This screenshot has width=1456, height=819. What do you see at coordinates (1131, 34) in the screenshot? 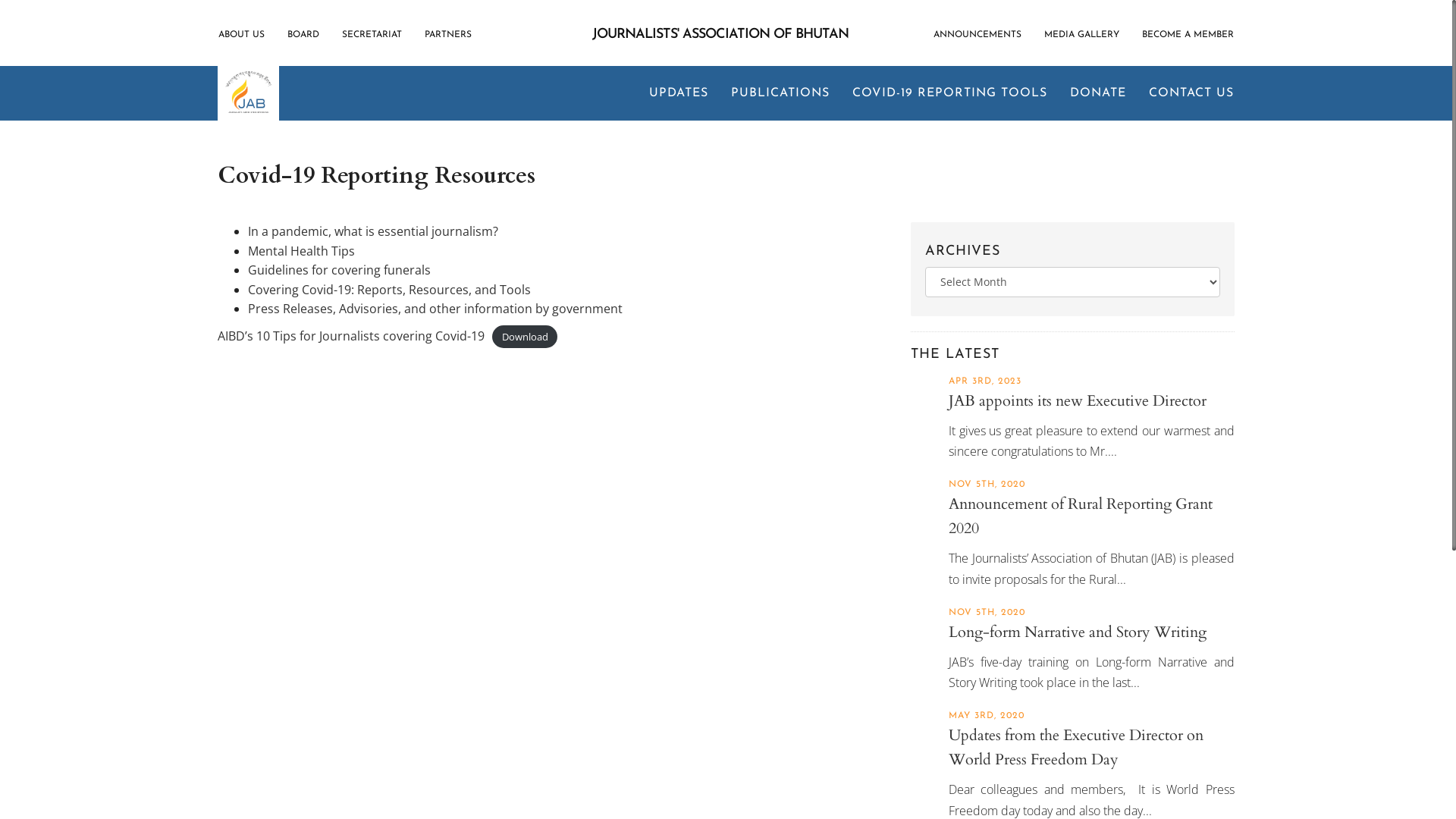
I see `'BECOME A MEMBER'` at bounding box center [1131, 34].